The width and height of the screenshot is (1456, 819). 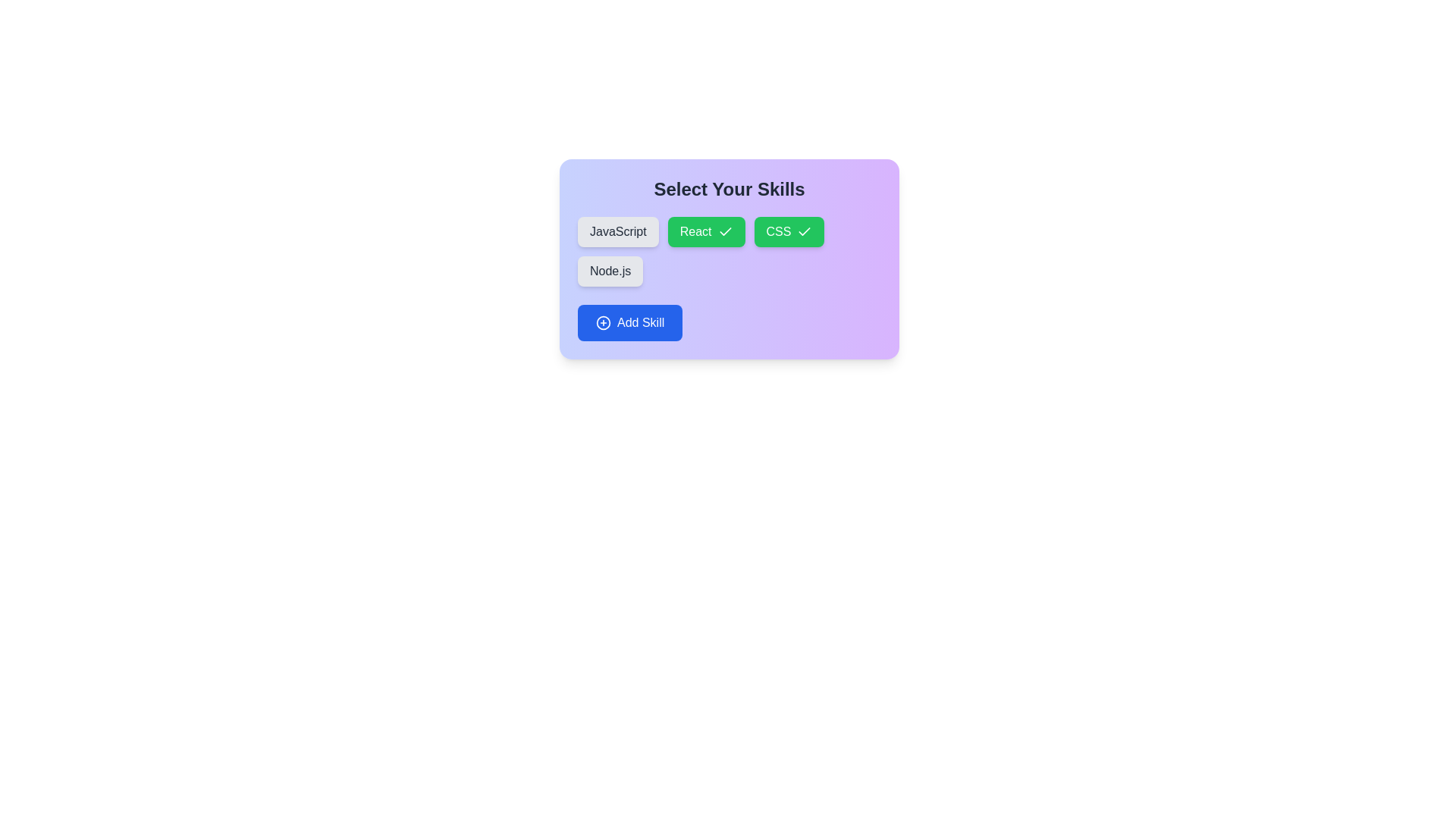 I want to click on the 'Add Skill' button to add a new skill to the list, so click(x=629, y=322).